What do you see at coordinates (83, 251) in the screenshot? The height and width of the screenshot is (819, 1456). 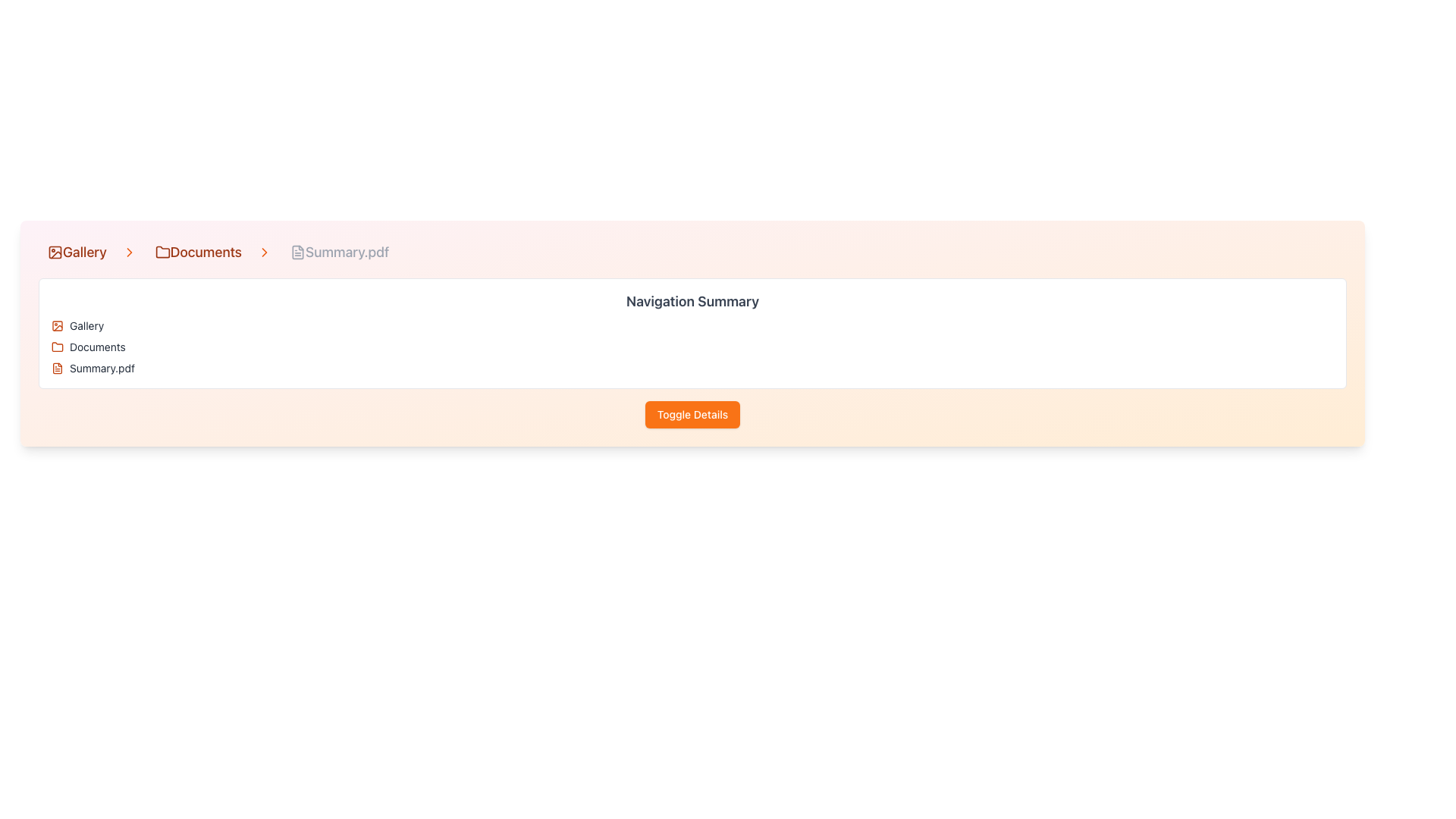 I see `the Breadcrumb text displaying 'Gallery' in an orange-brown serif font, part of the breadcrumb navigation bar` at bounding box center [83, 251].